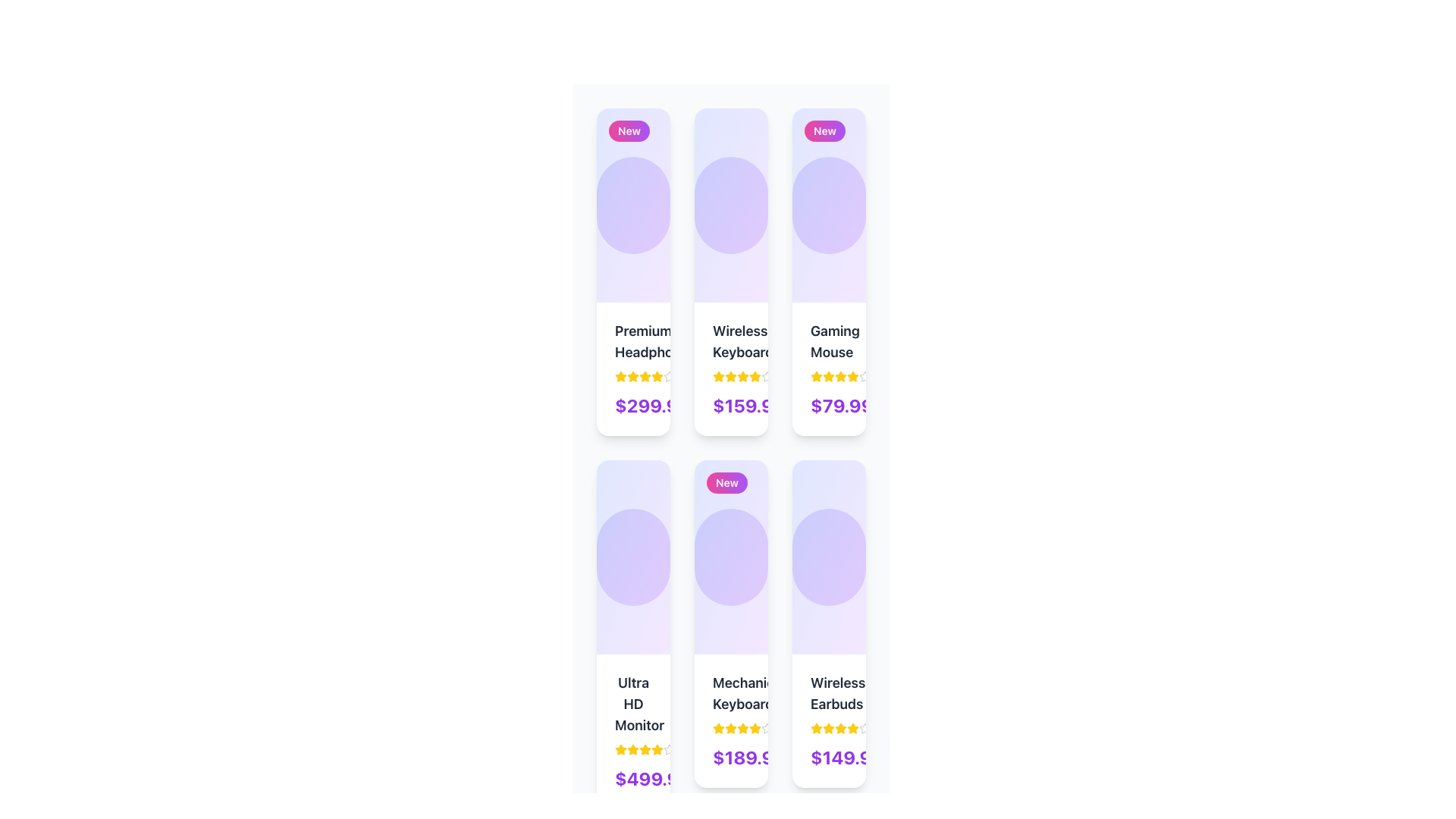  What do you see at coordinates (633, 405) in the screenshot?
I see `the price label displaying '$299.99' in bold purple font, located in the 'Premium Headphones' card, positioned below the ratings section` at bounding box center [633, 405].